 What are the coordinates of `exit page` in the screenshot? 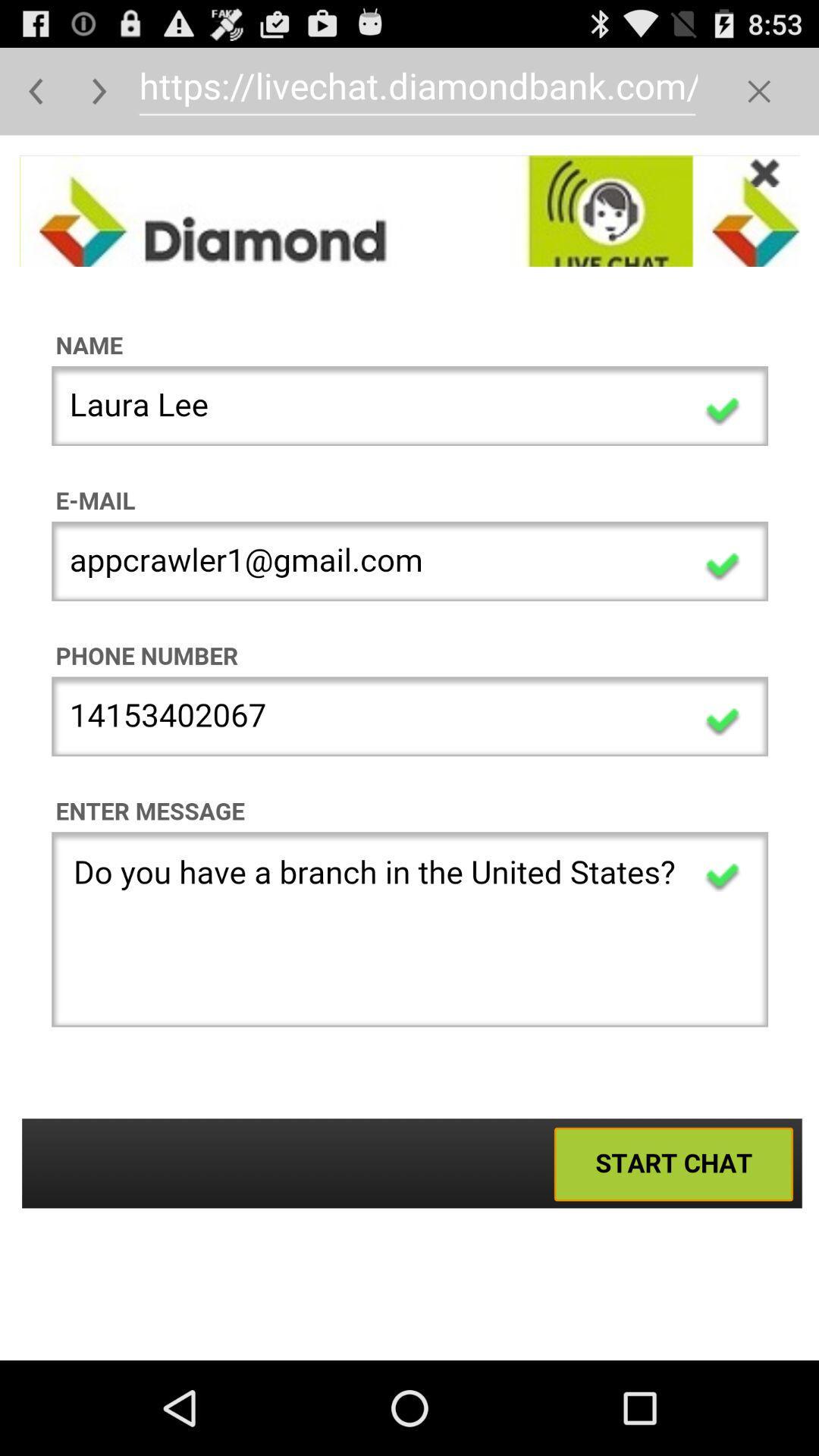 It's located at (759, 90).